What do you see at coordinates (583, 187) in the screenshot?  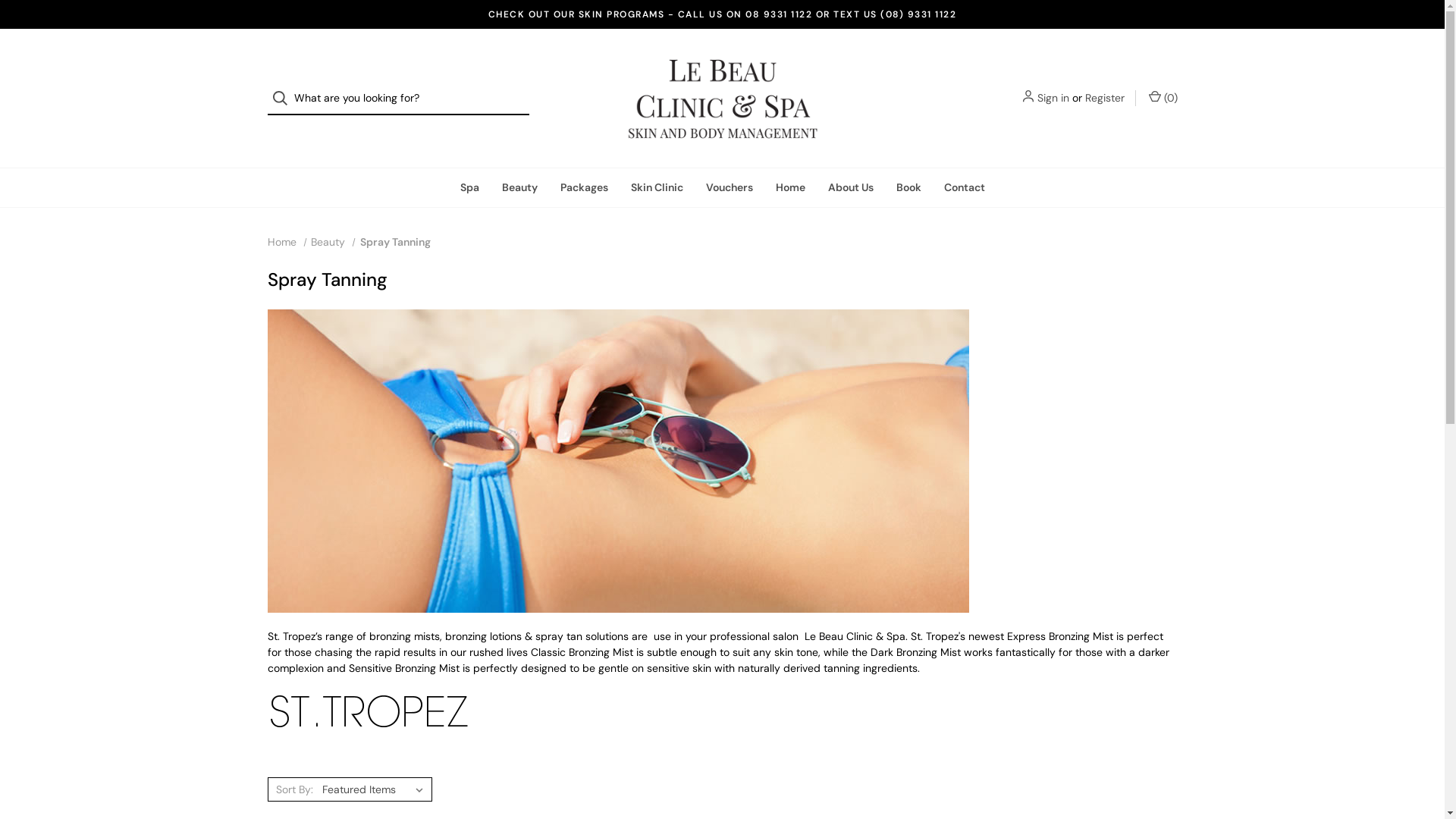 I see `'Packages'` at bounding box center [583, 187].